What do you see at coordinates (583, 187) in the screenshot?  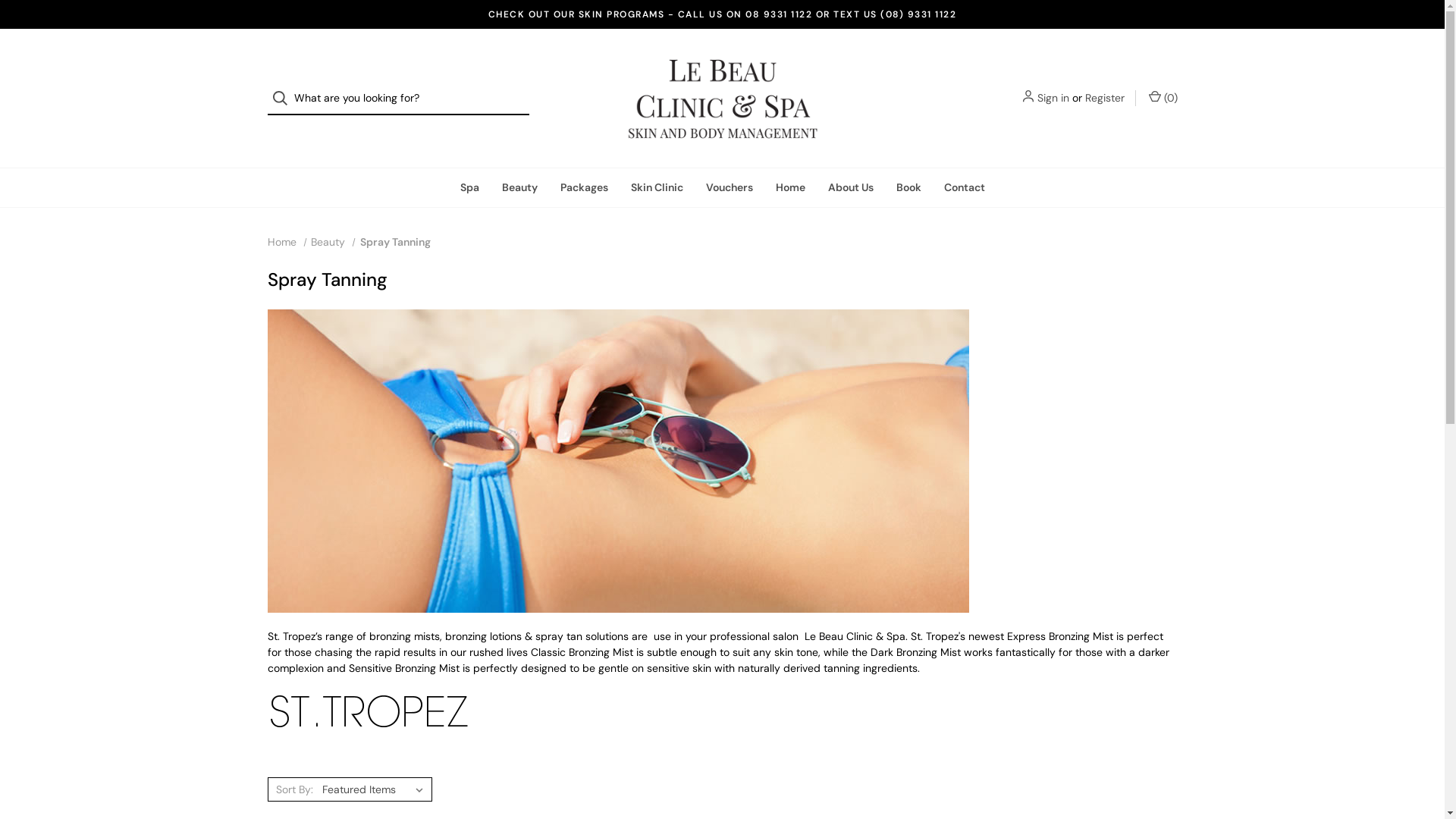 I see `'Packages'` at bounding box center [583, 187].